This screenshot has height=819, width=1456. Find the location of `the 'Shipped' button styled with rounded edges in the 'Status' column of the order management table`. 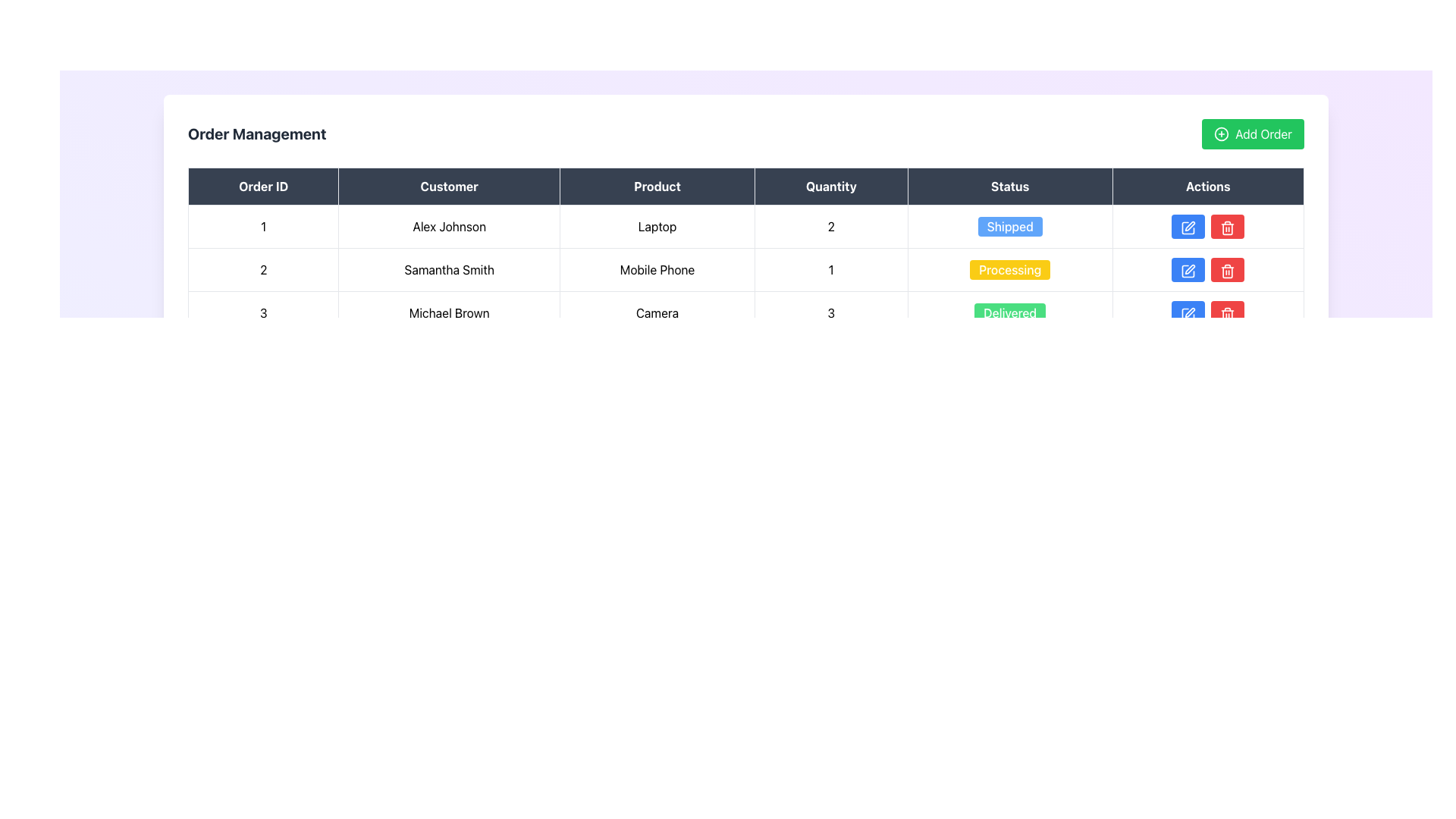

the 'Shipped' button styled with rounded edges in the 'Status' column of the order management table is located at coordinates (1010, 227).